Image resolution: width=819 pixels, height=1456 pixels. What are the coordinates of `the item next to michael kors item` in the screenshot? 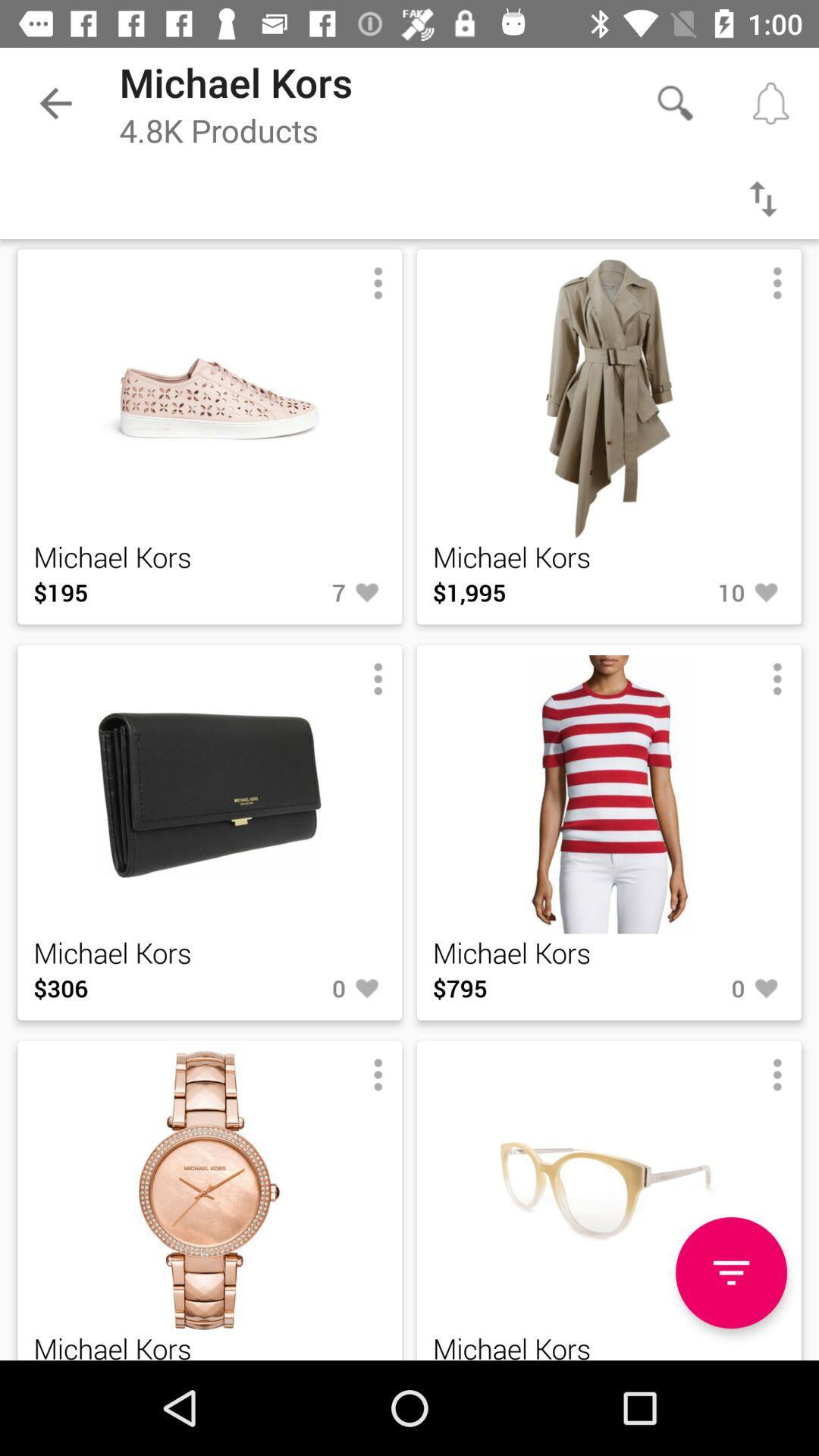 It's located at (55, 102).